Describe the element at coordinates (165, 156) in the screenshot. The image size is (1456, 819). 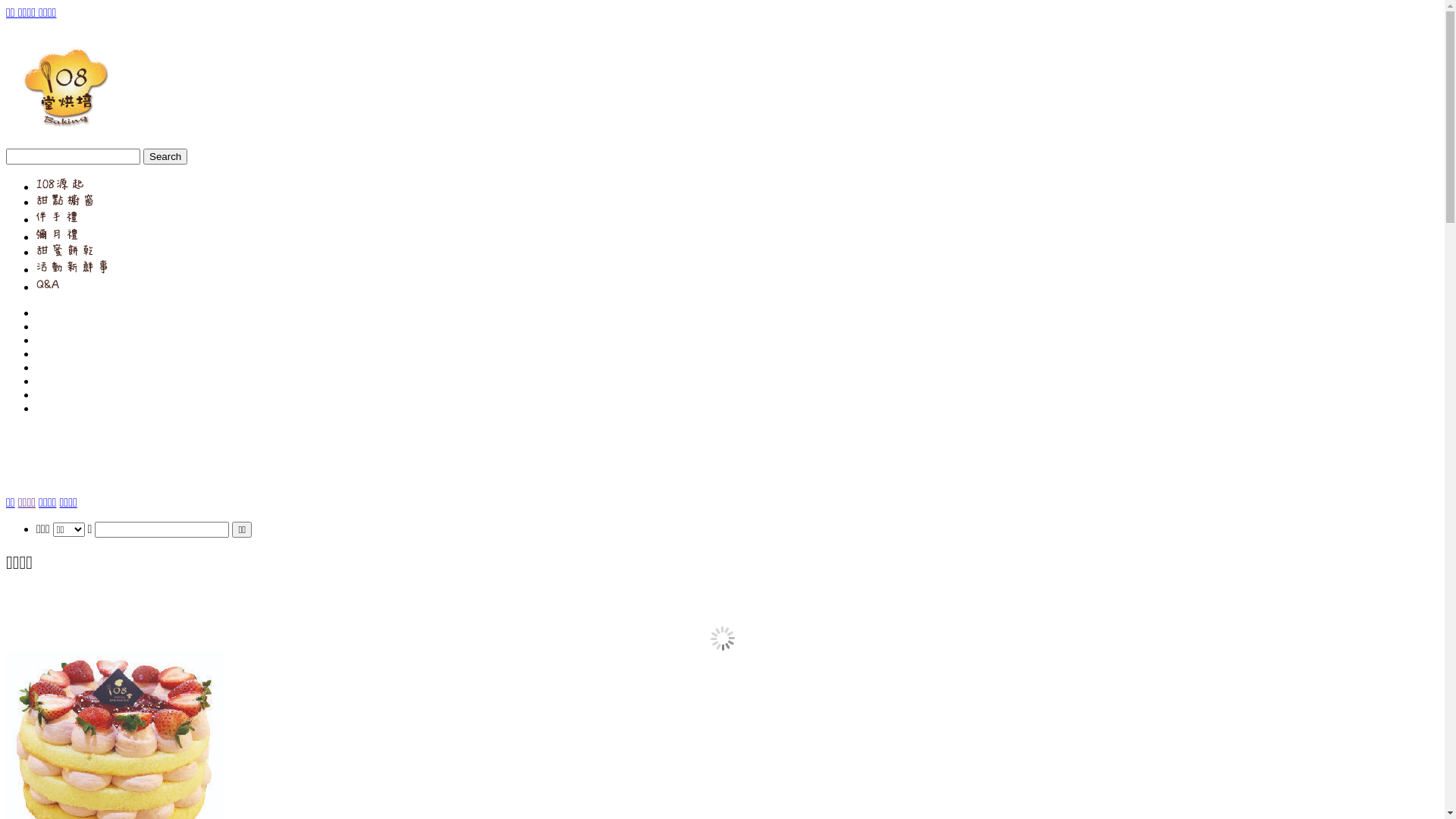
I see `'Search'` at that location.